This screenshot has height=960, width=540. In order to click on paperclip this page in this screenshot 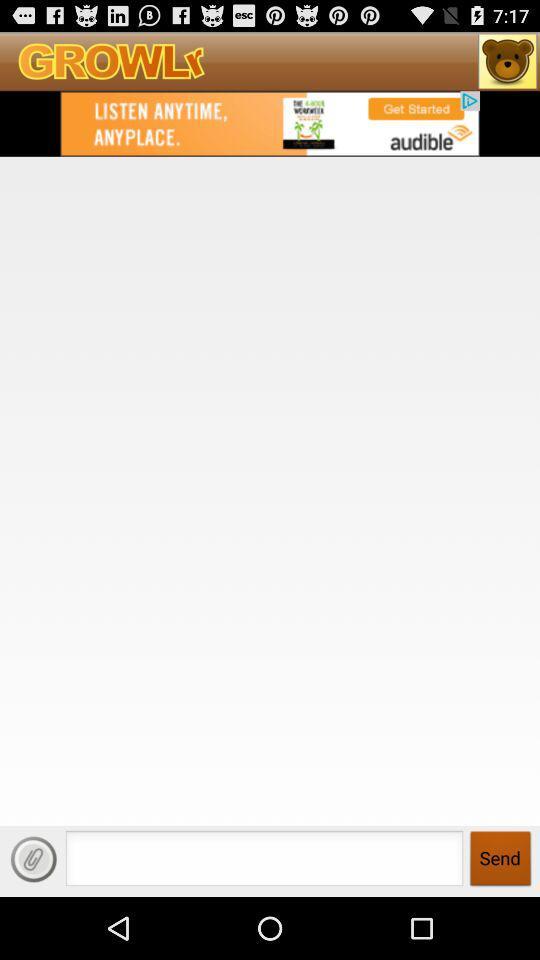, I will do `click(32, 858)`.